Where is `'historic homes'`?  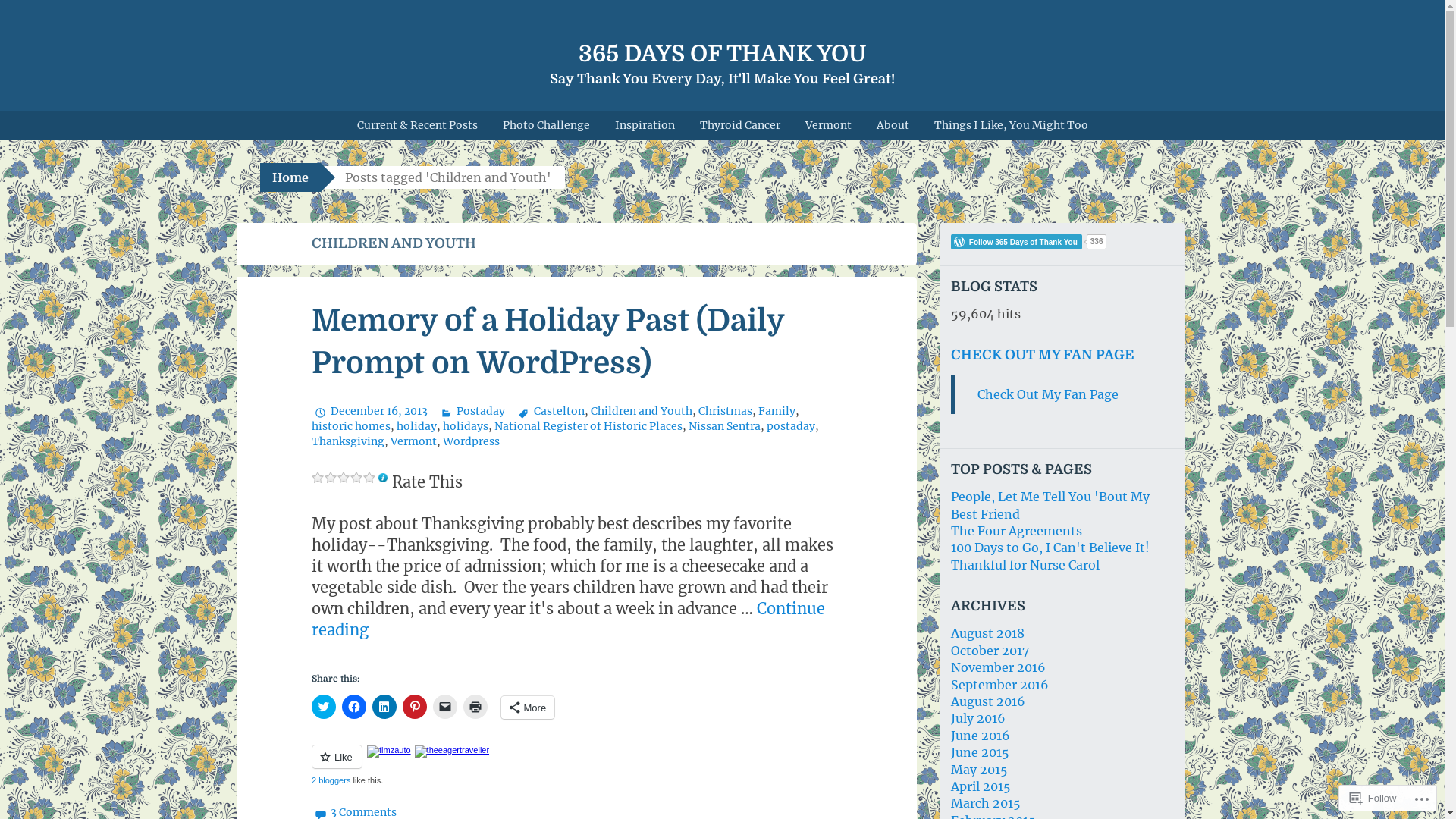 'historic homes' is located at coordinates (309, 426).